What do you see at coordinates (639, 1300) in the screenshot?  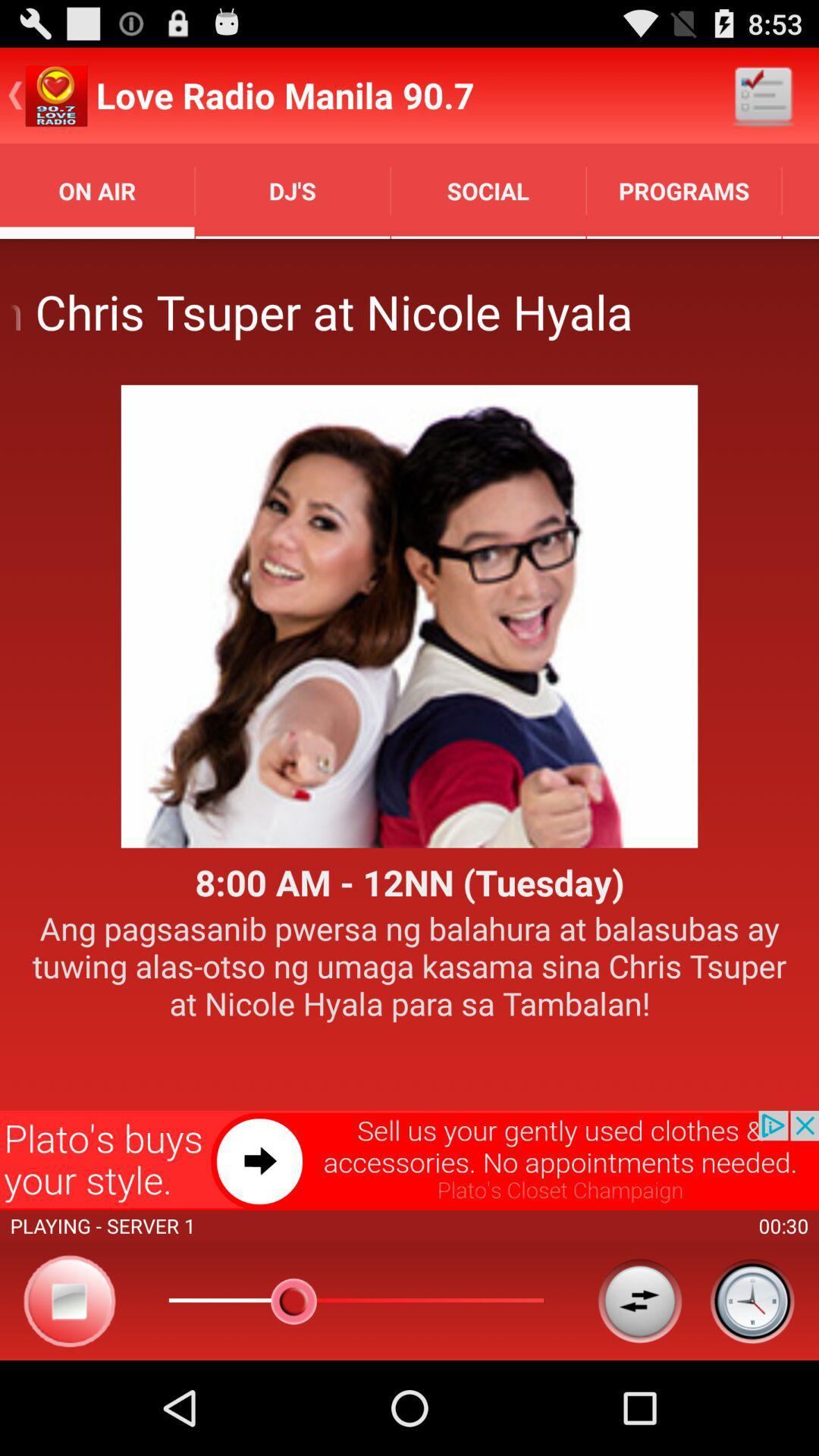 I see `options` at bounding box center [639, 1300].